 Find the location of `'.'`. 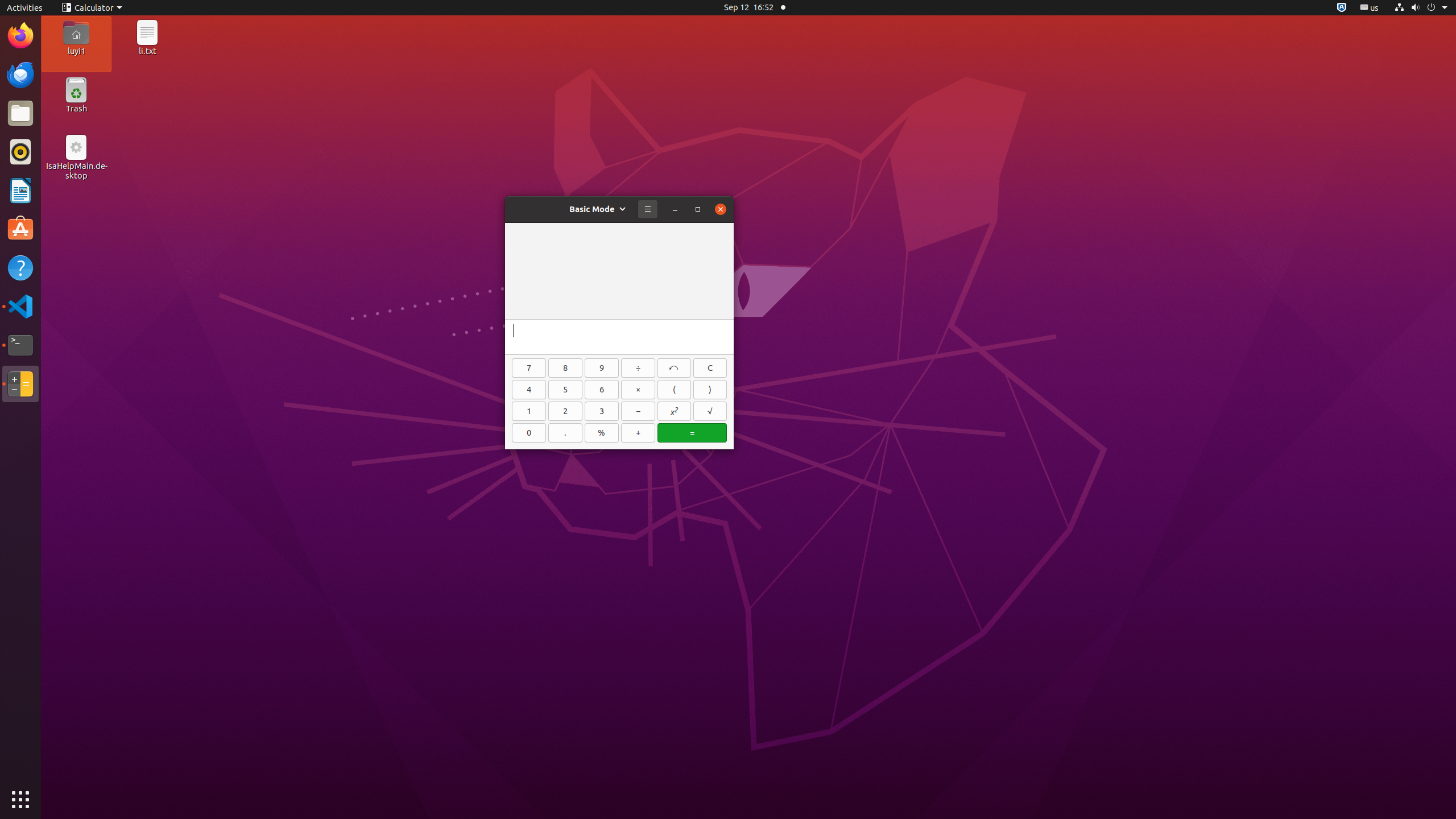

'.' is located at coordinates (565, 433).